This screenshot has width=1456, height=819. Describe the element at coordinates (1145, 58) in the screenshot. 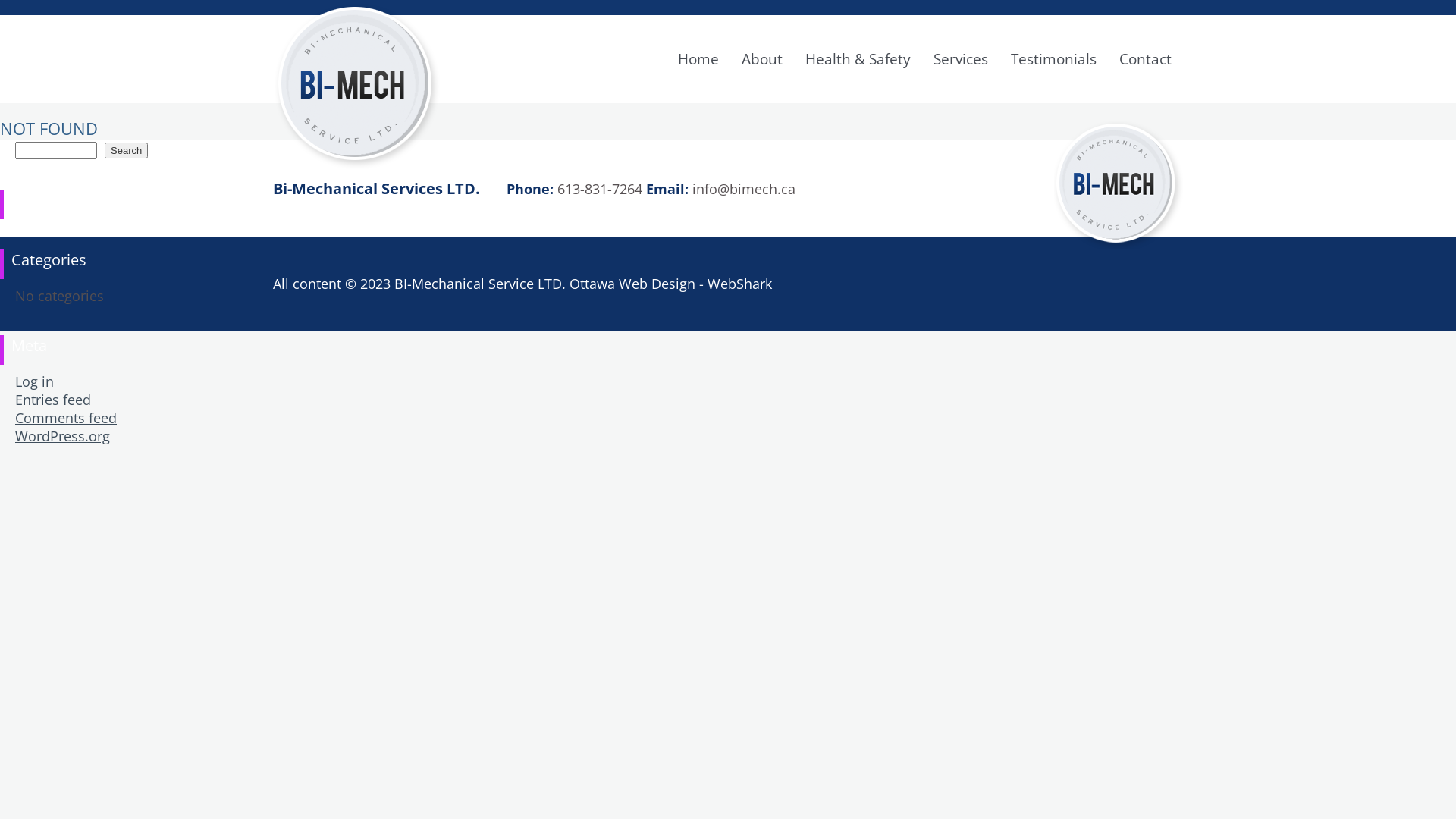

I see `'Contact'` at that location.